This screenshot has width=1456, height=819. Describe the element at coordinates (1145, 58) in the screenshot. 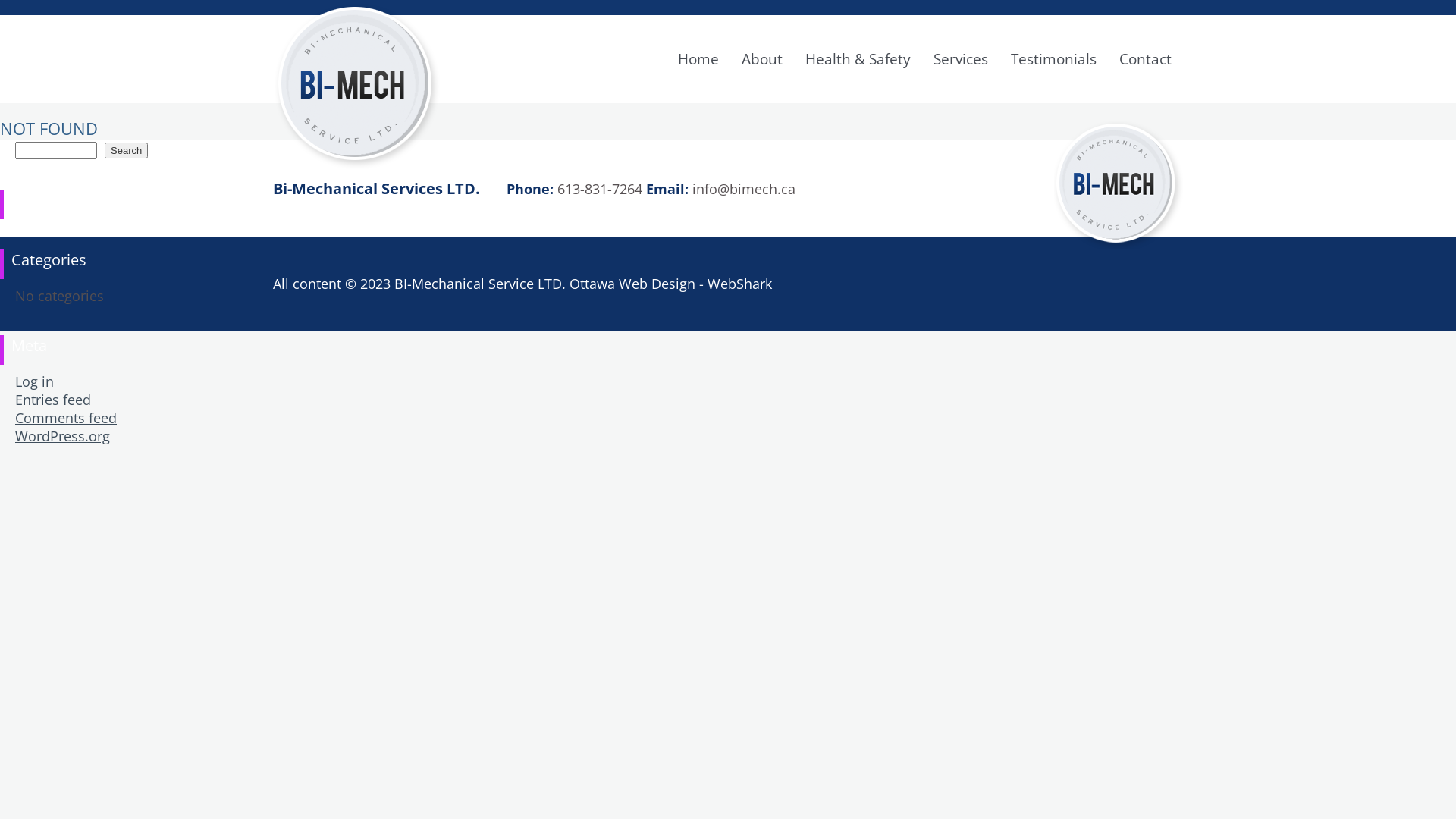

I see `'Contact'` at that location.